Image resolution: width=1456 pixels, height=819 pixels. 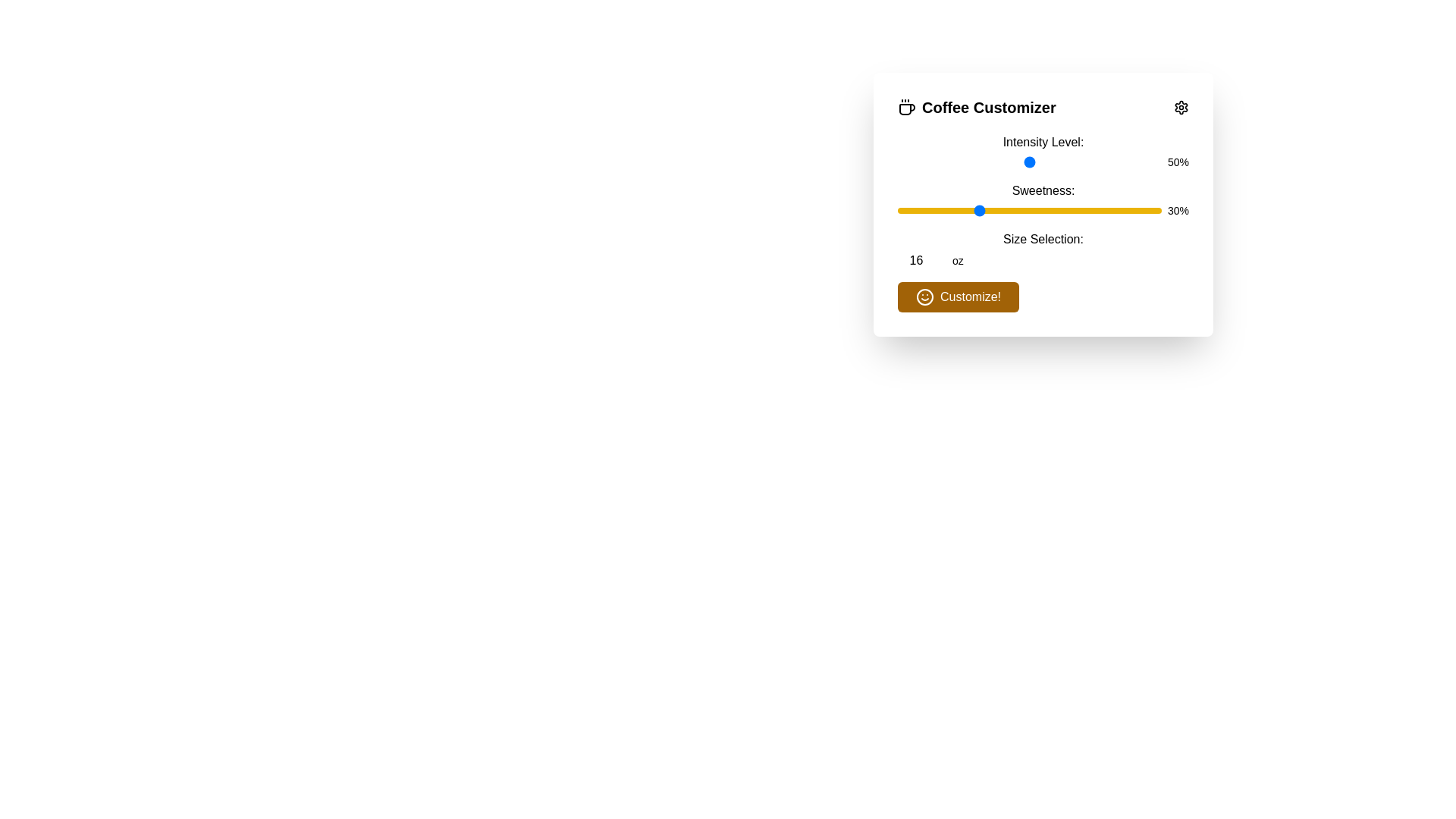 I want to click on the Sweetness slider to 18%, so click(x=944, y=210).